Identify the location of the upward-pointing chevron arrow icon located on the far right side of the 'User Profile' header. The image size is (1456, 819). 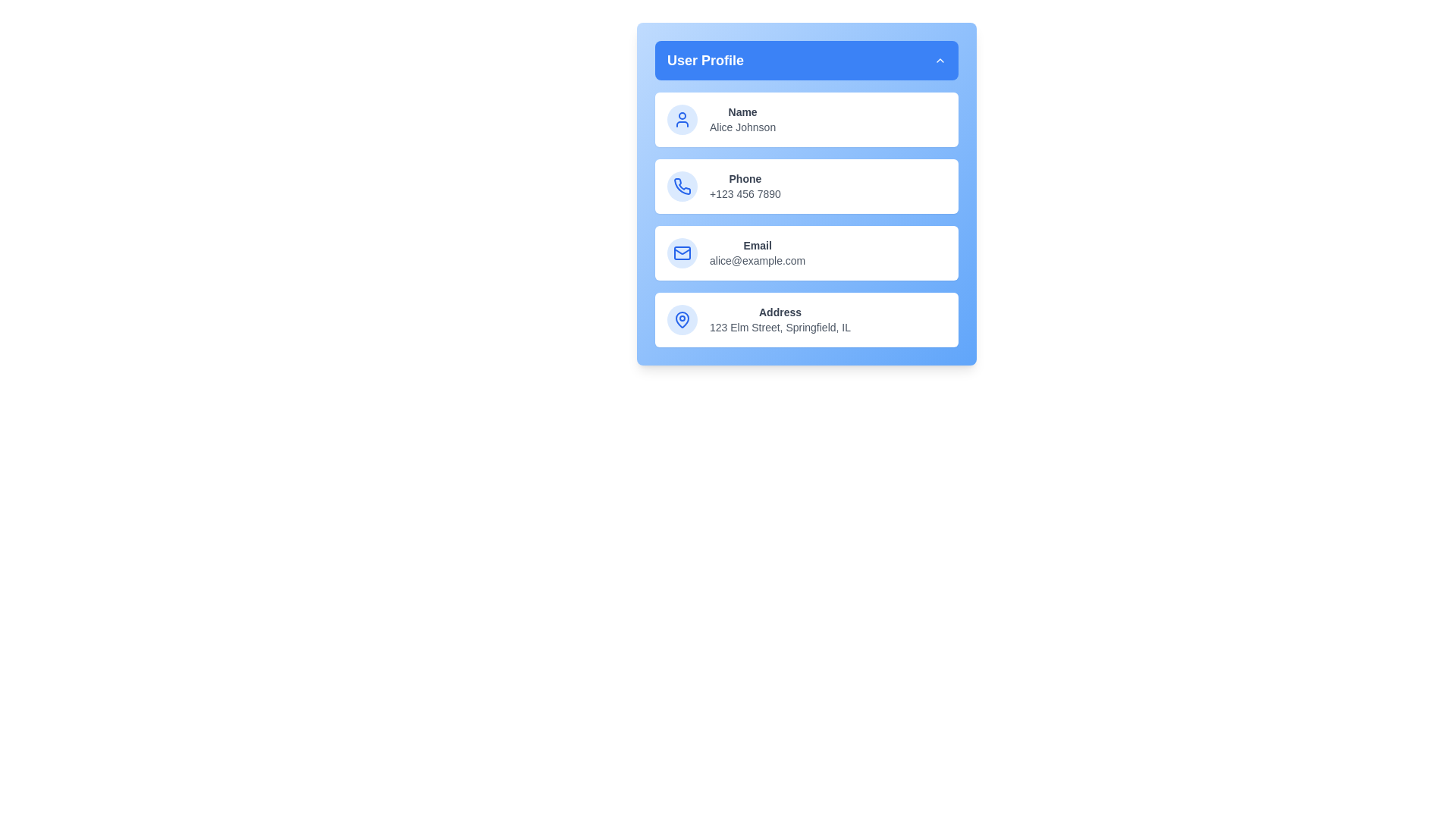
(939, 60).